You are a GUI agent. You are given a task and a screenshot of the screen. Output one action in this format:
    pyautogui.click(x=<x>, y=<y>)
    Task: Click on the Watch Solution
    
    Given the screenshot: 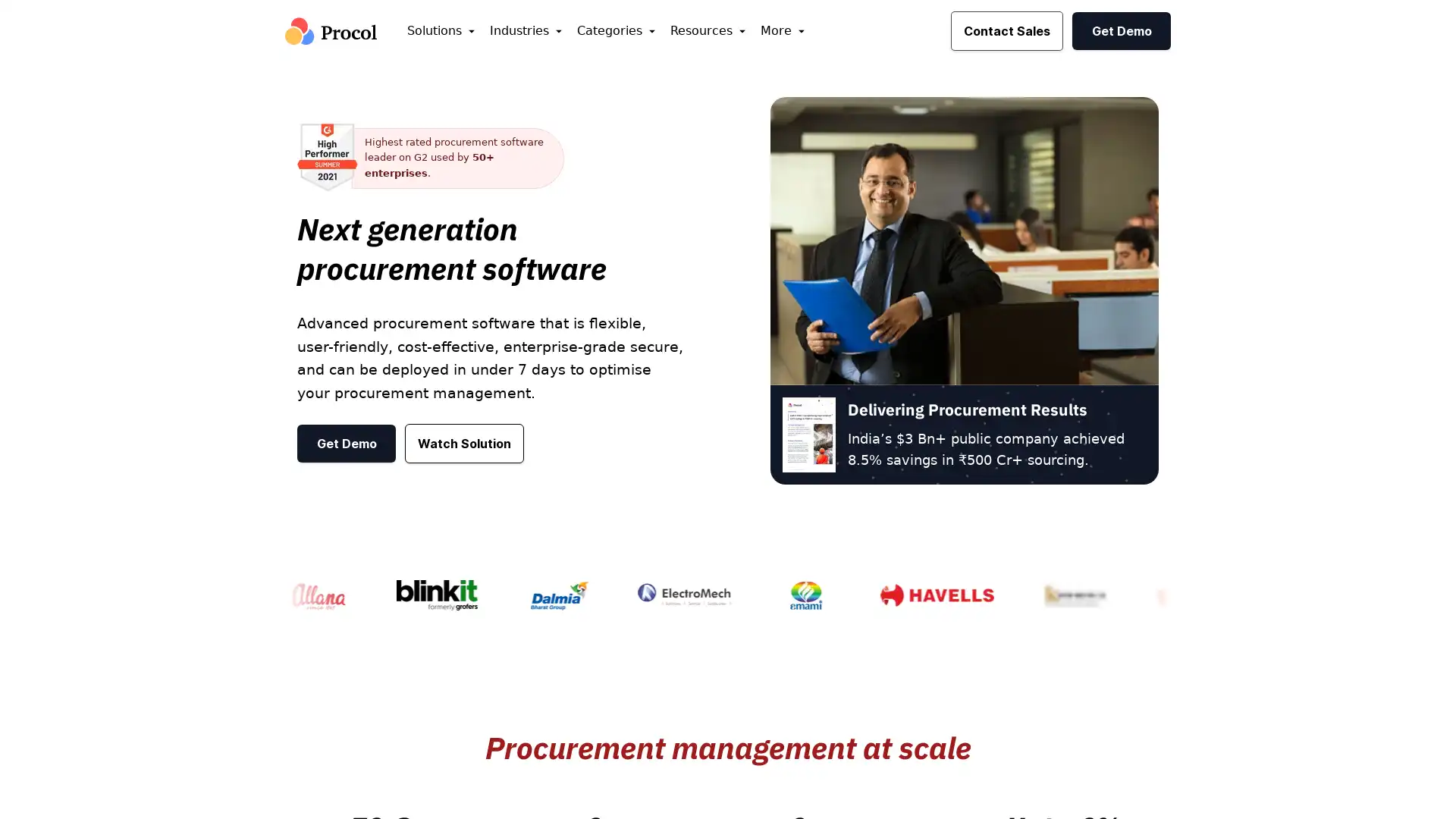 What is the action you would take?
    pyautogui.click(x=463, y=442)
    